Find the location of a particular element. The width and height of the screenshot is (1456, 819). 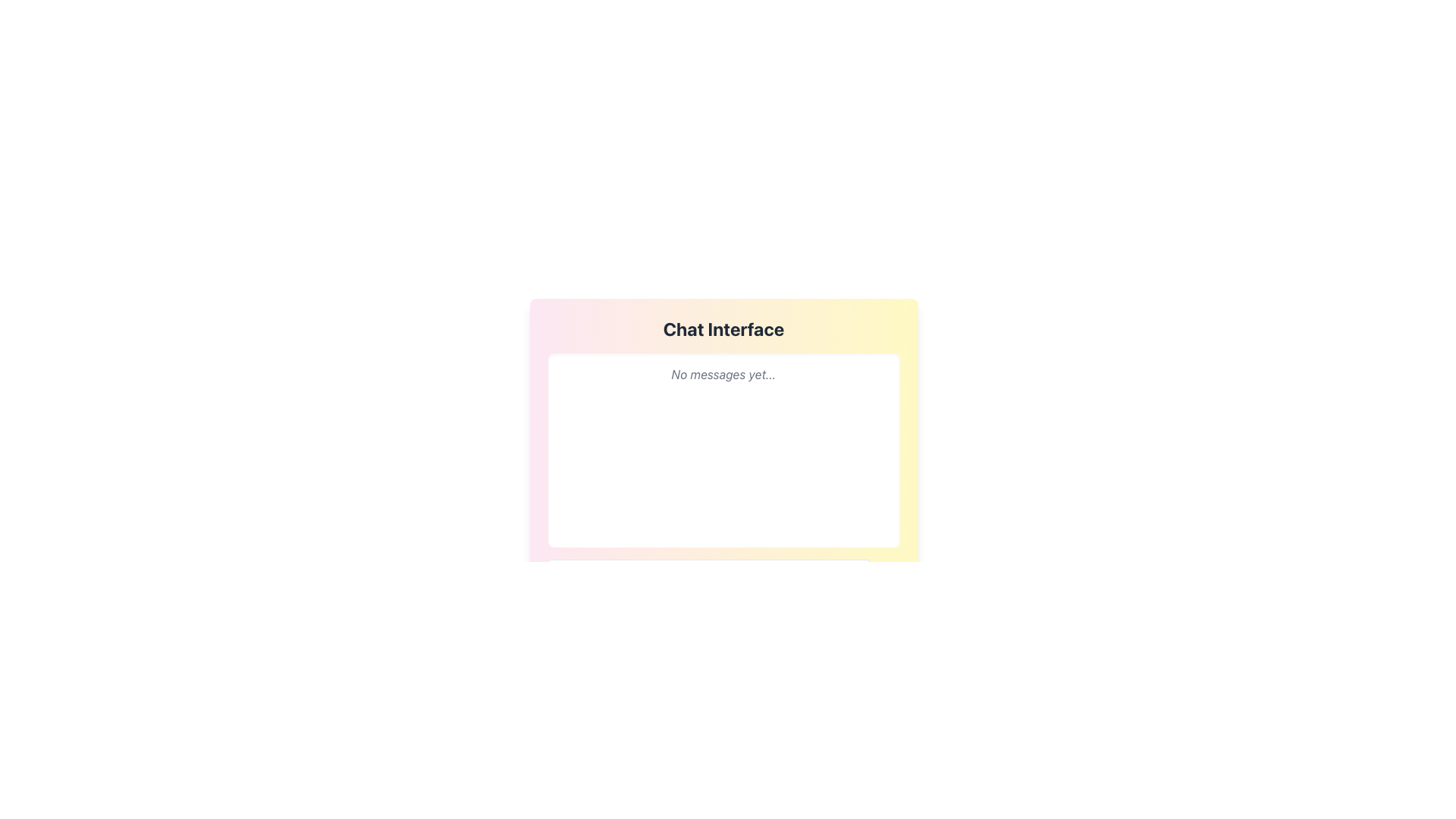

the informational text indicating that there are no messages in the chat area, which is centered near the top of a white message panel is located at coordinates (723, 374).